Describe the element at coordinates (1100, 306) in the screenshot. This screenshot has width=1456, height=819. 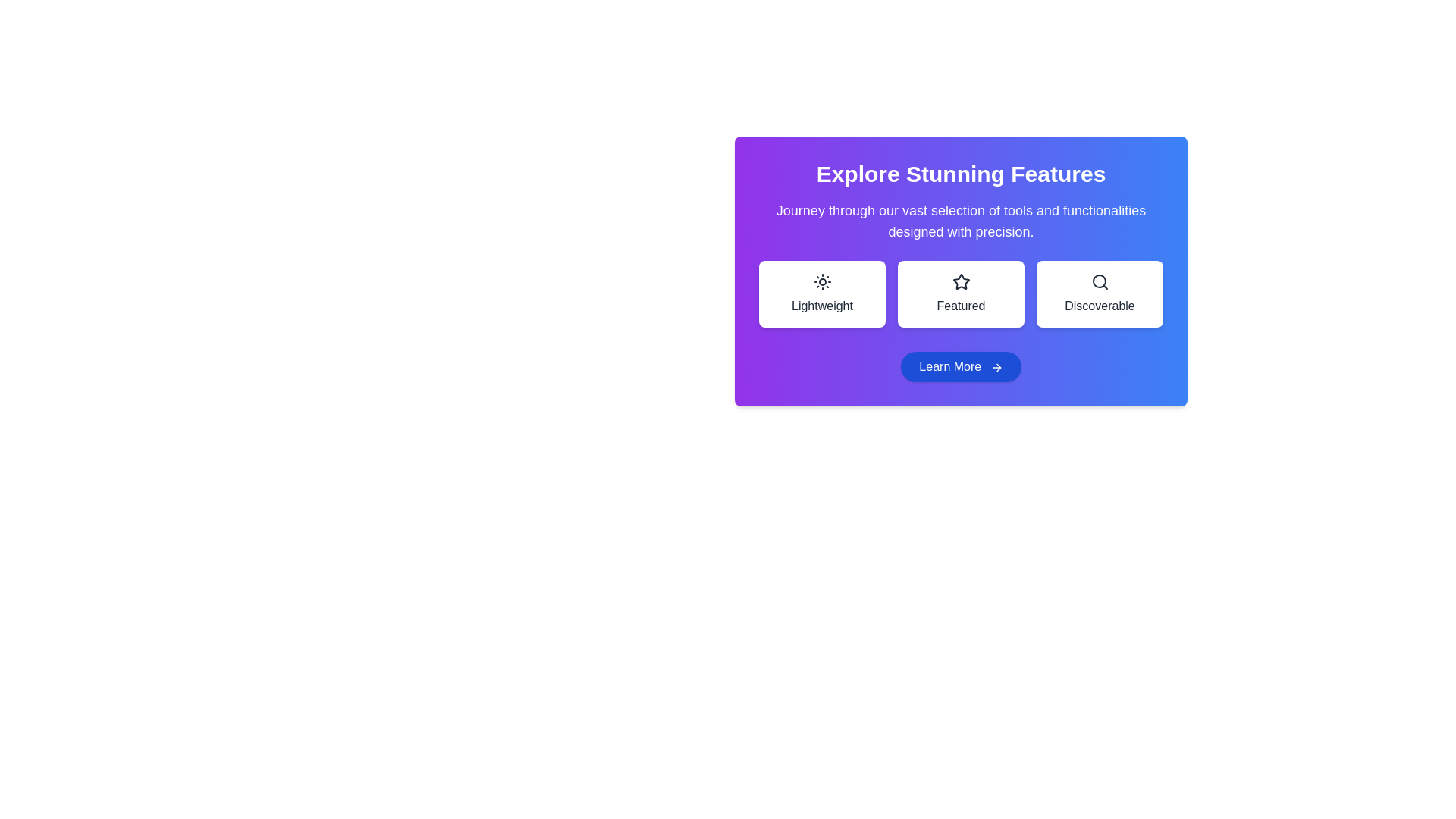
I see `the descriptive text label at the bottom center of the third card from the left, which conveys the meaning of 'Discoverable'` at that location.